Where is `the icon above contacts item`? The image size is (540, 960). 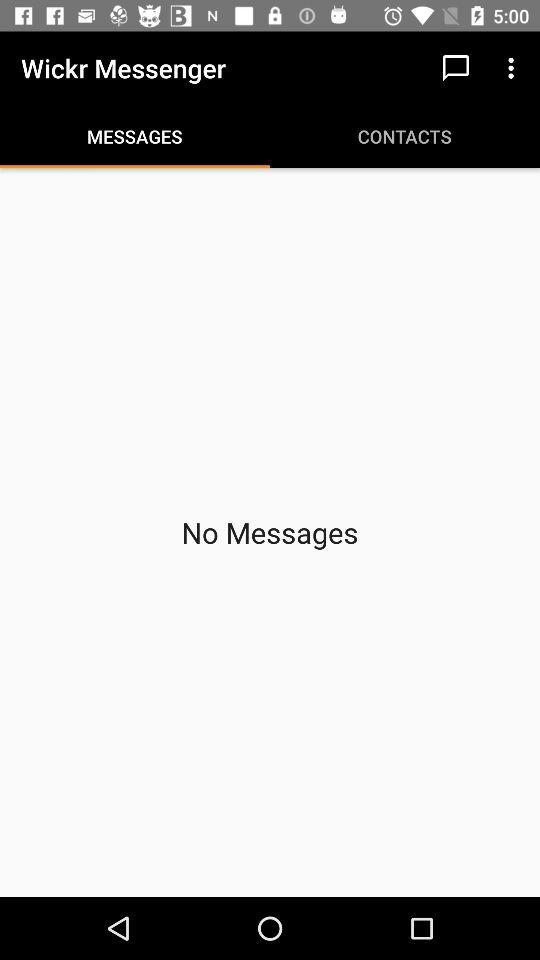
the icon above contacts item is located at coordinates (455, 68).